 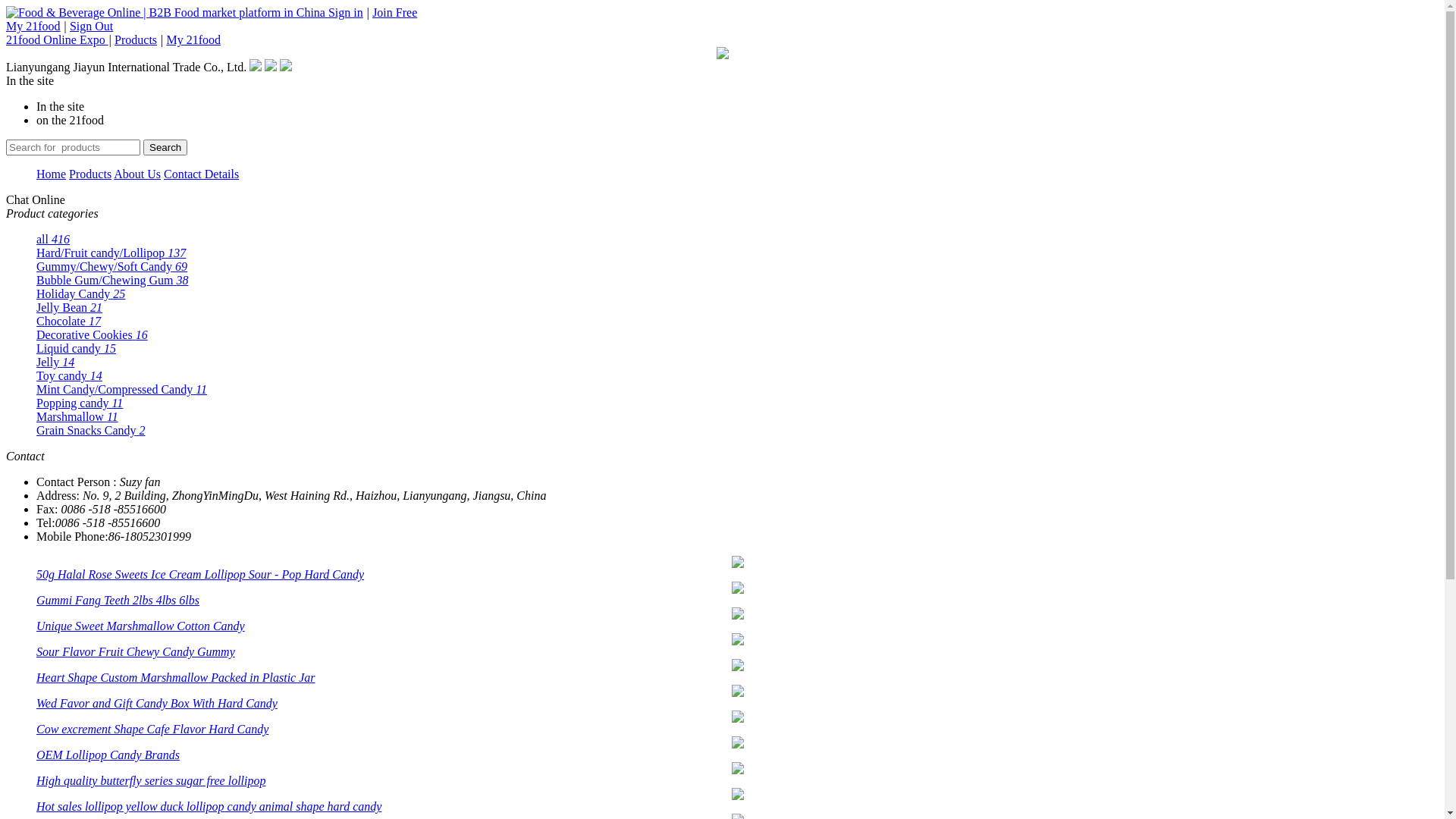 I want to click on 'Liquid candy 15', so click(x=75, y=348).